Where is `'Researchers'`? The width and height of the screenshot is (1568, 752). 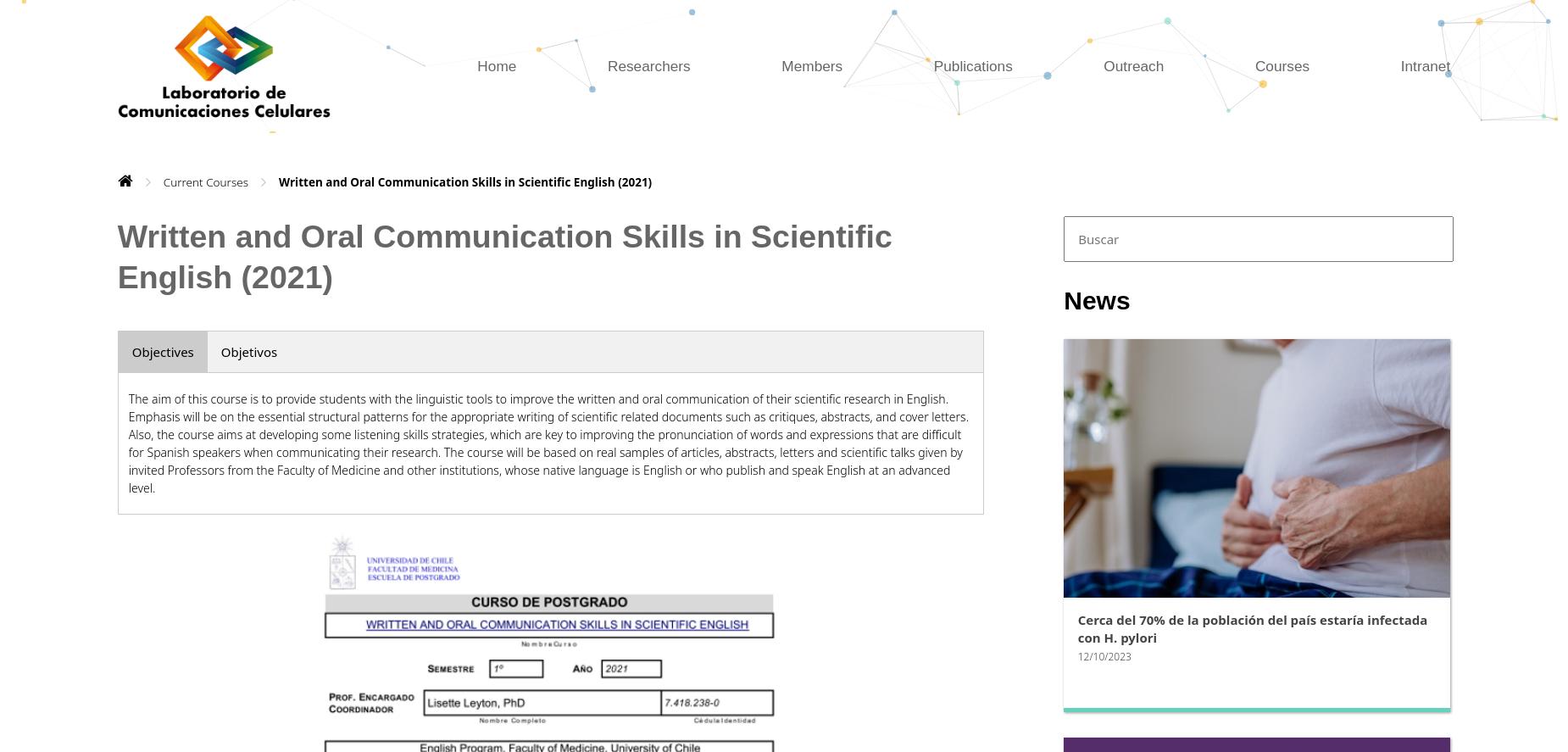 'Researchers' is located at coordinates (606, 64).